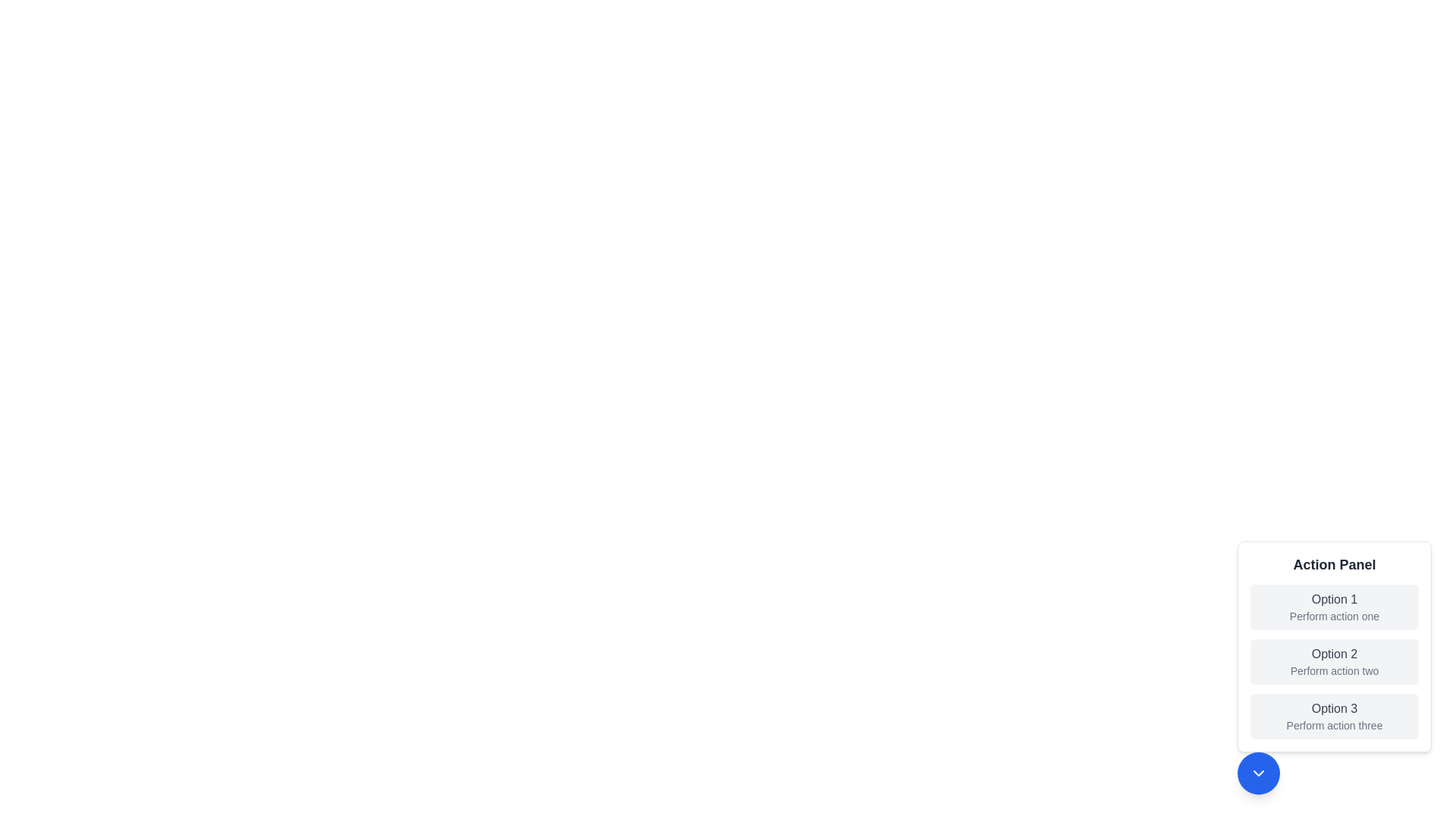 Image resolution: width=1456 pixels, height=819 pixels. I want to click on the Chevron Icon button located inside the circular blue button at the bottom-right of the interface, so click(1259, 773).